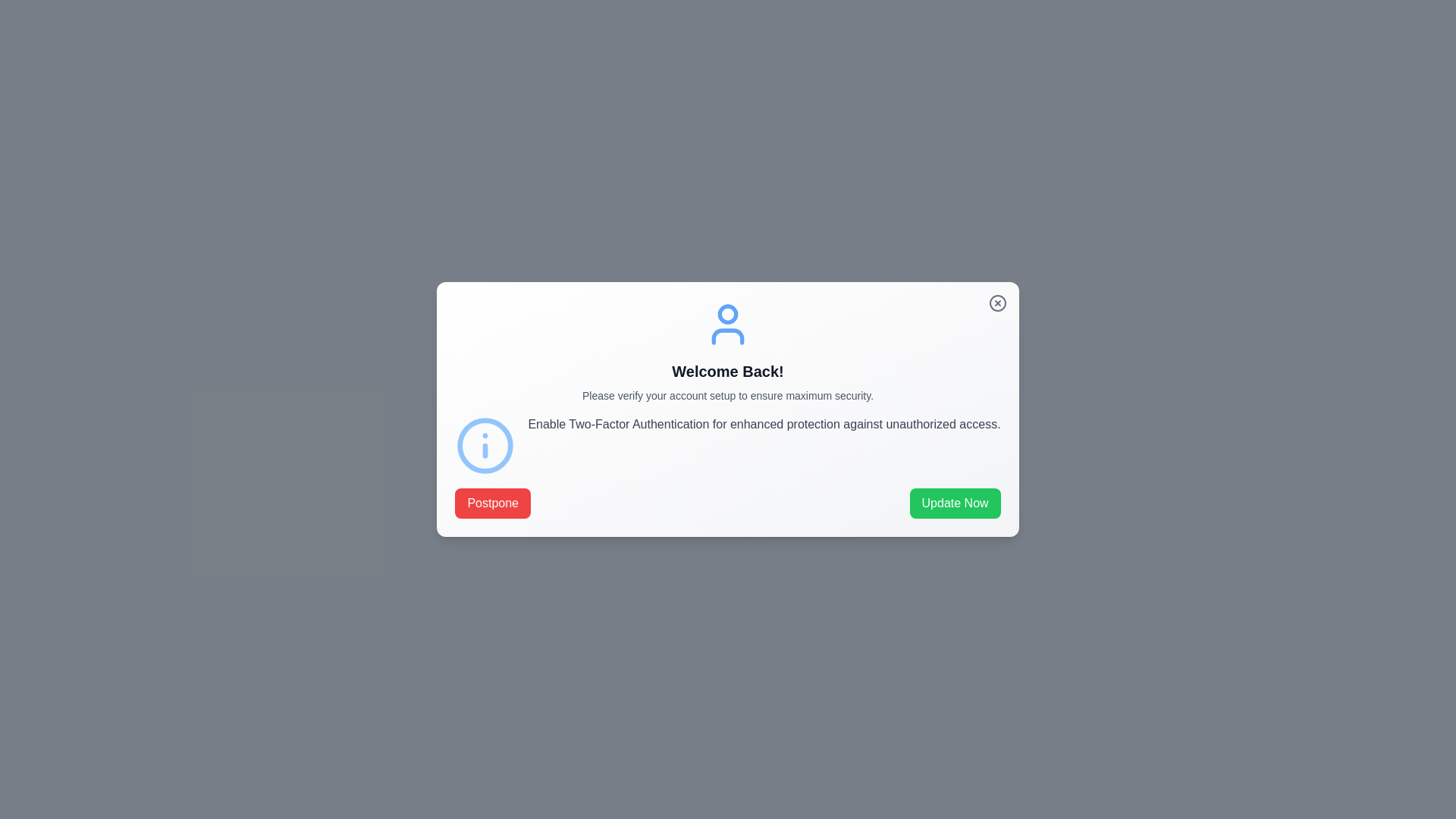 The image size is (1456, 819). I want to click on 'Update Now' button to proceed with the update, so click(954, 503).